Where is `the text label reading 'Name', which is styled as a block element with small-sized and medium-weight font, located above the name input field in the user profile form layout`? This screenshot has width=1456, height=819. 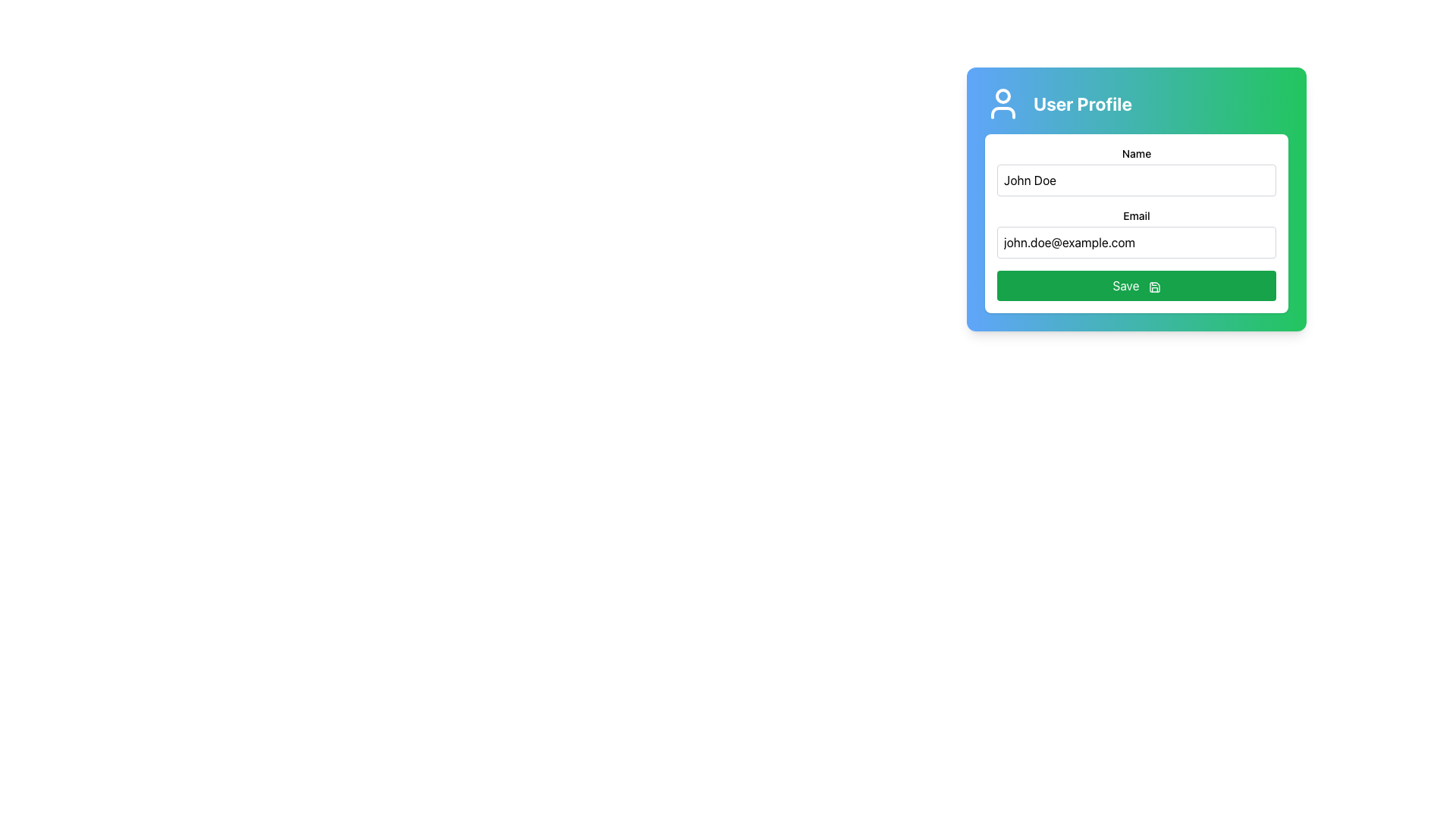
the text label reading 'Name', which is styled as a block element with small-sized and medium-weight font, located above the name input field in the user profile form layout is located at coordinates (1136, 154).